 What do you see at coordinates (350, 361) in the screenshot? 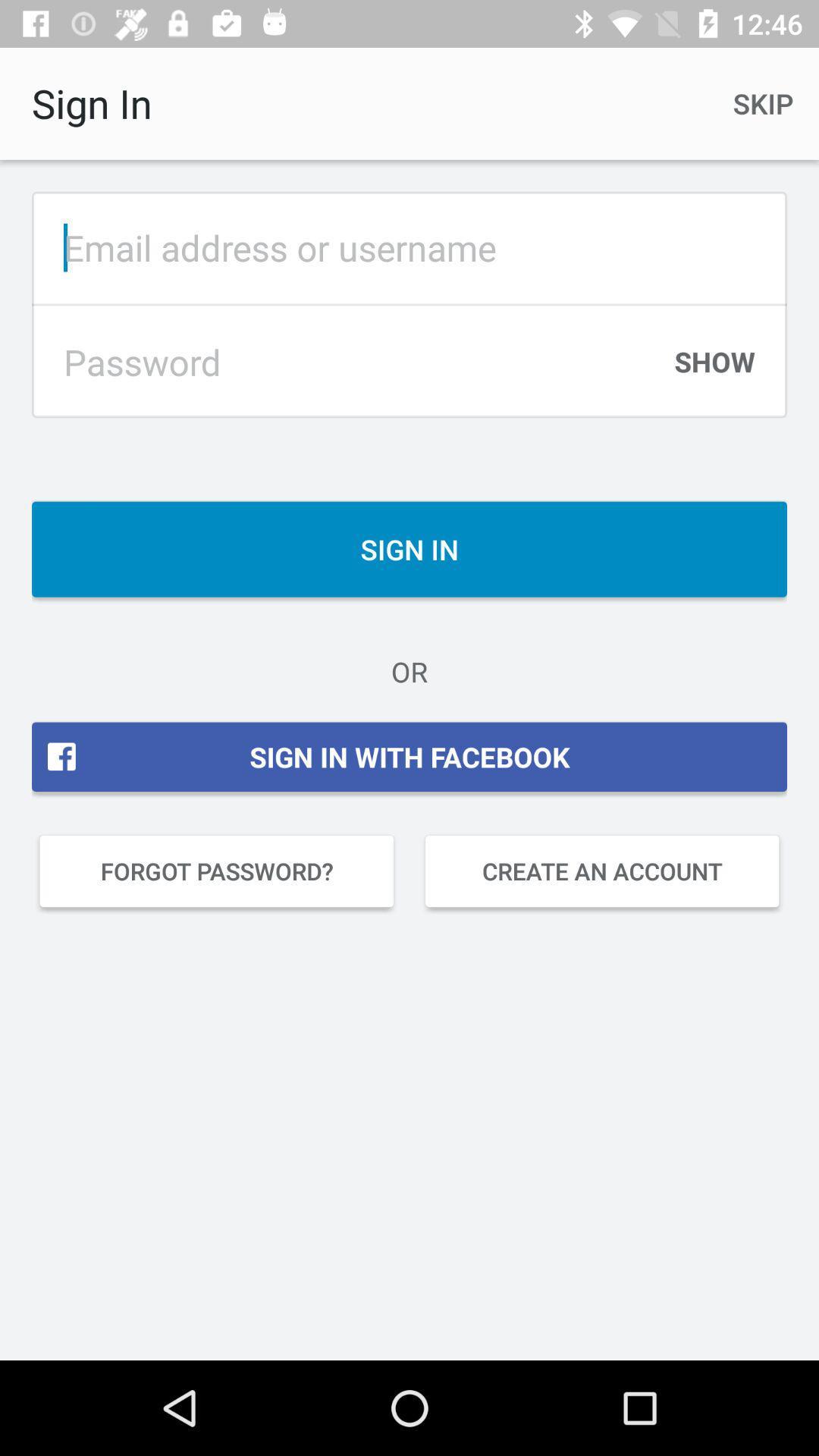
I see `password` at bounding box center [350, 361].